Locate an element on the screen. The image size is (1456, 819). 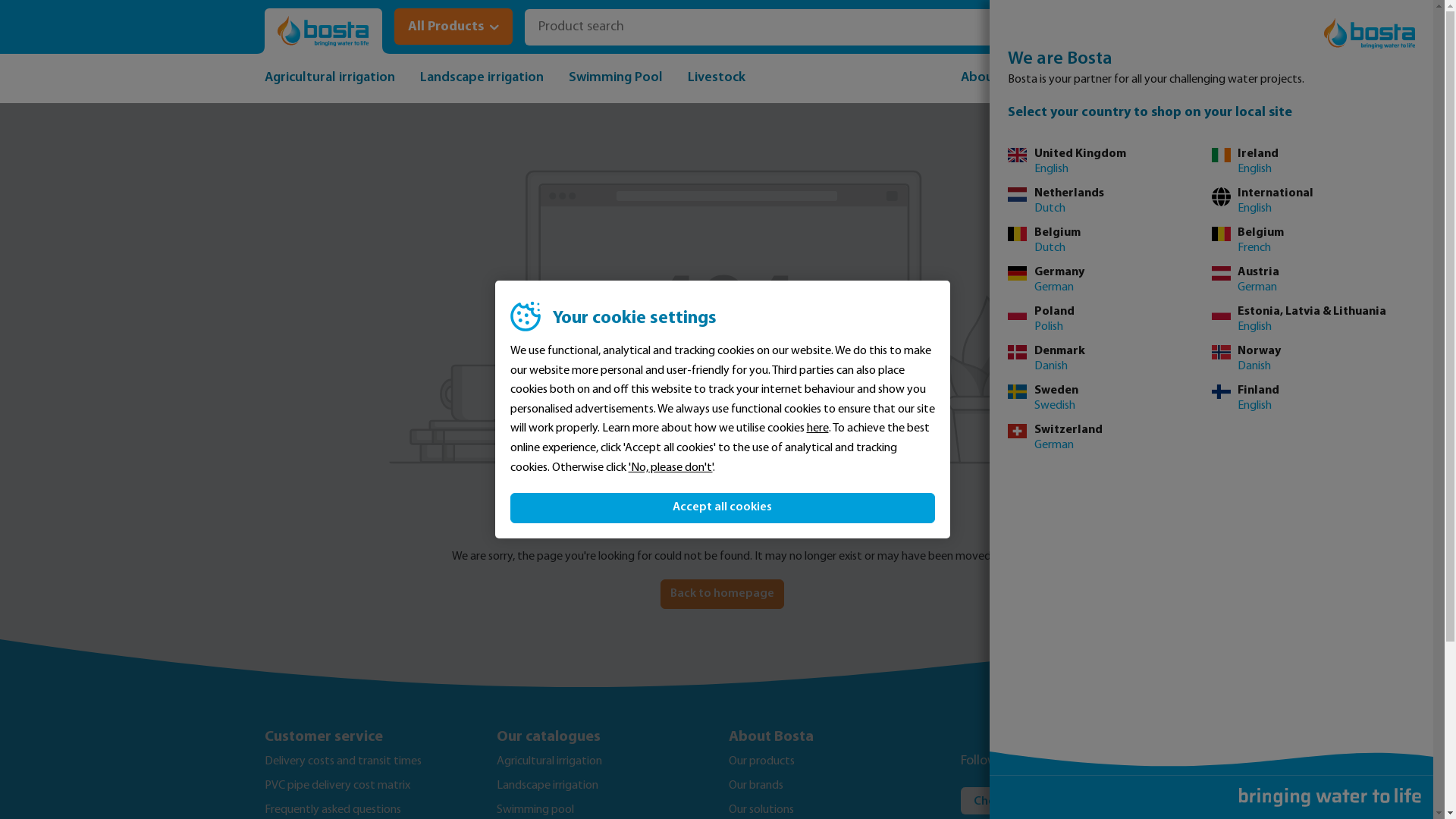
'Swimming pool' is located at coordinates (535, 809).